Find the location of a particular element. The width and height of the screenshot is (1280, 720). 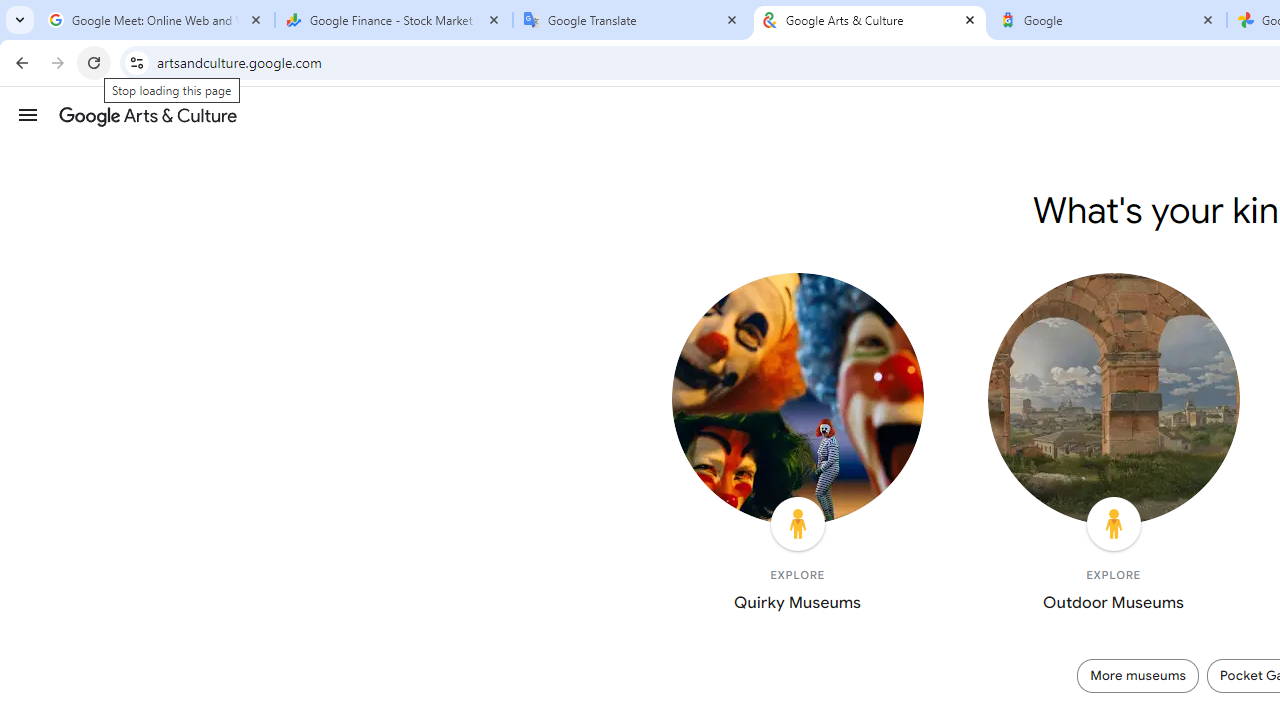

'EXPLORE Quirky Museums' is located at coordinates (796, 446).